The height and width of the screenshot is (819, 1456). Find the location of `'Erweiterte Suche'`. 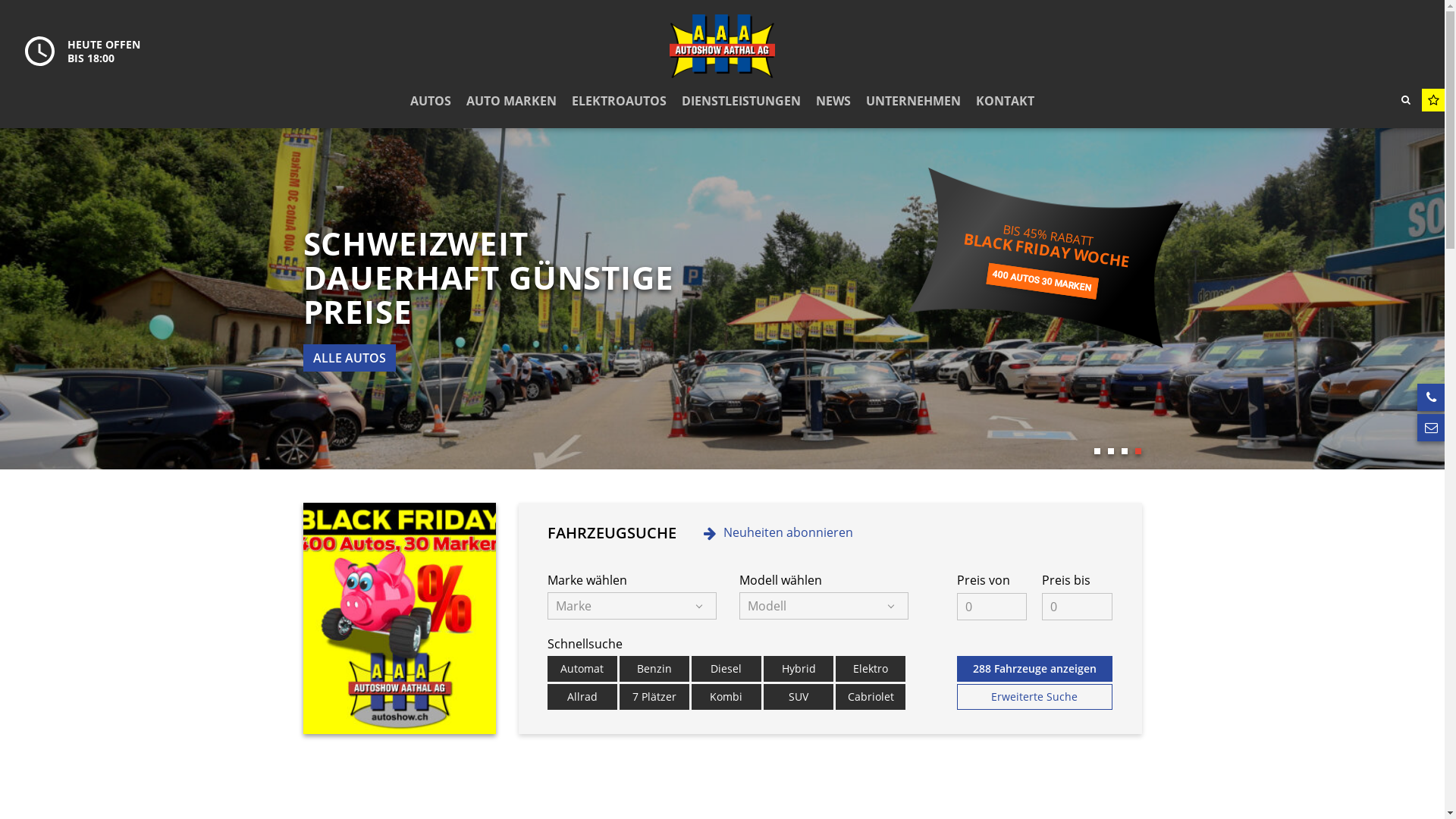

'Erweiterte Suche' is located at coordinates (956, 696).